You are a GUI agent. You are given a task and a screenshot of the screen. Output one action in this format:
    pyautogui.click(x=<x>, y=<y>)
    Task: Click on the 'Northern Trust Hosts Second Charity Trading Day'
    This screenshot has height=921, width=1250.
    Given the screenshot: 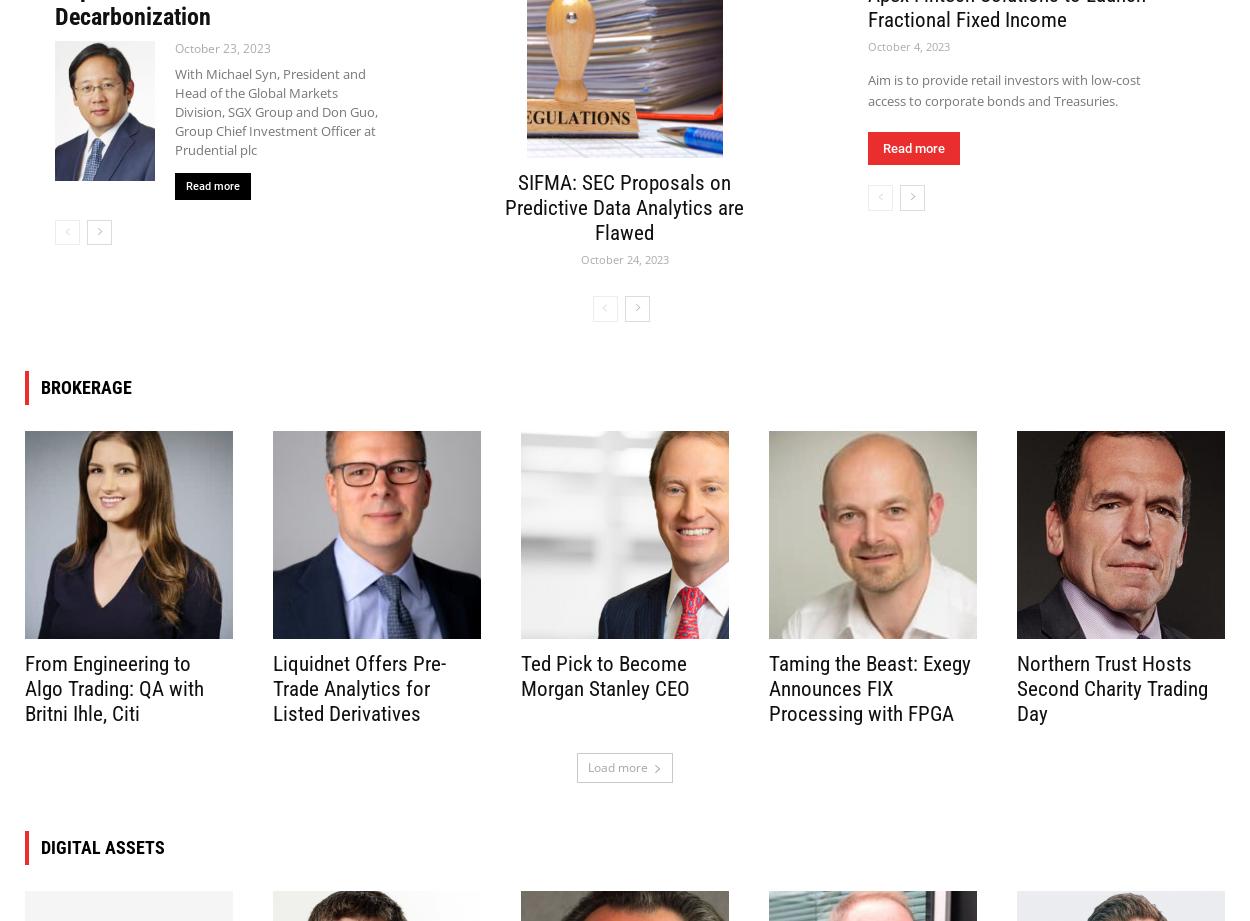 What is the action you would take?
    pyautogui.click(x=1111, y=687)
    